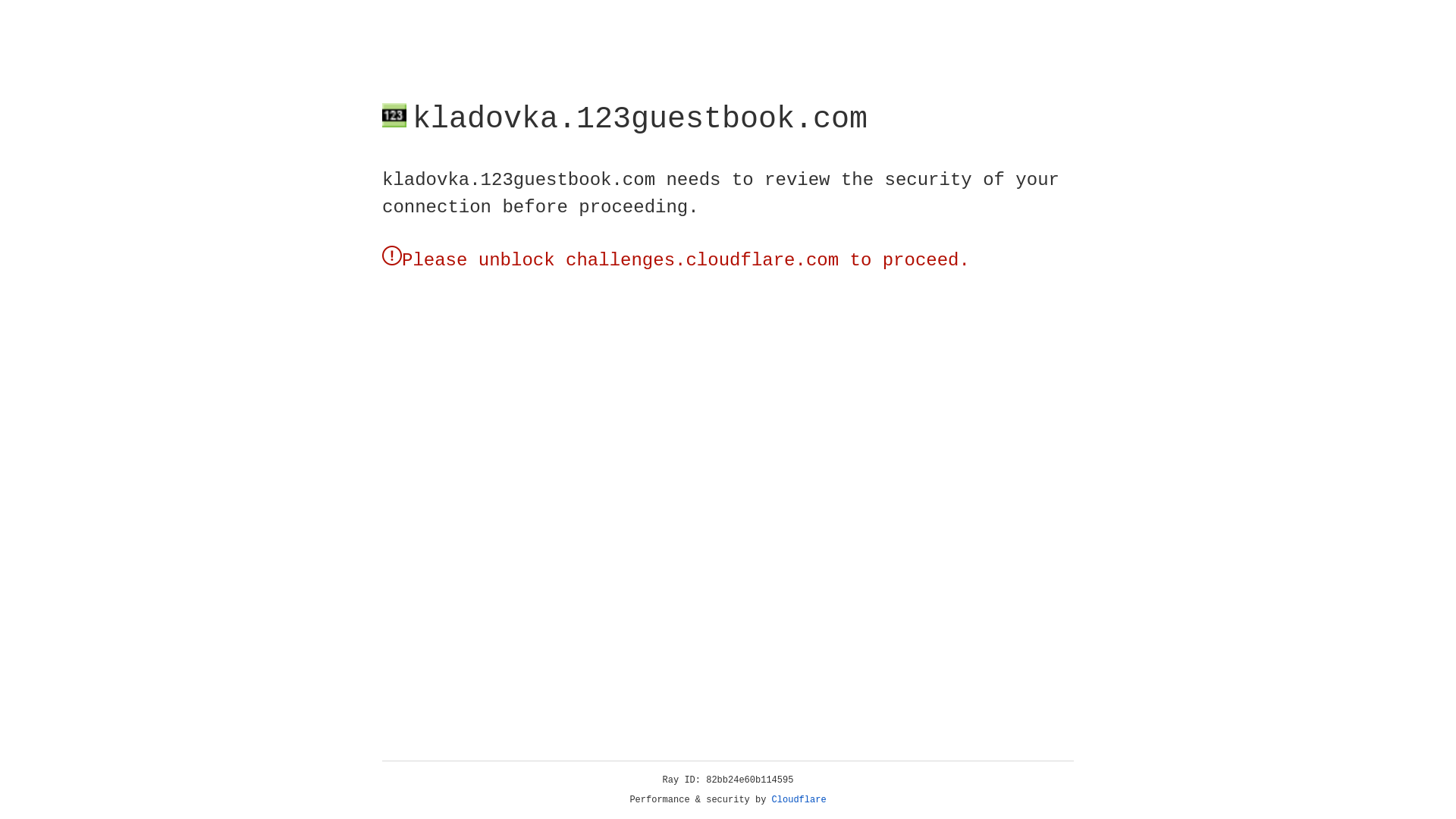 Image resolution: width=1456 pixels, height=819 pixels. What do you see at coordinates (799, 799) in the screenshot?
I see `'Cloudflare'` at bounding box center [799, 799].